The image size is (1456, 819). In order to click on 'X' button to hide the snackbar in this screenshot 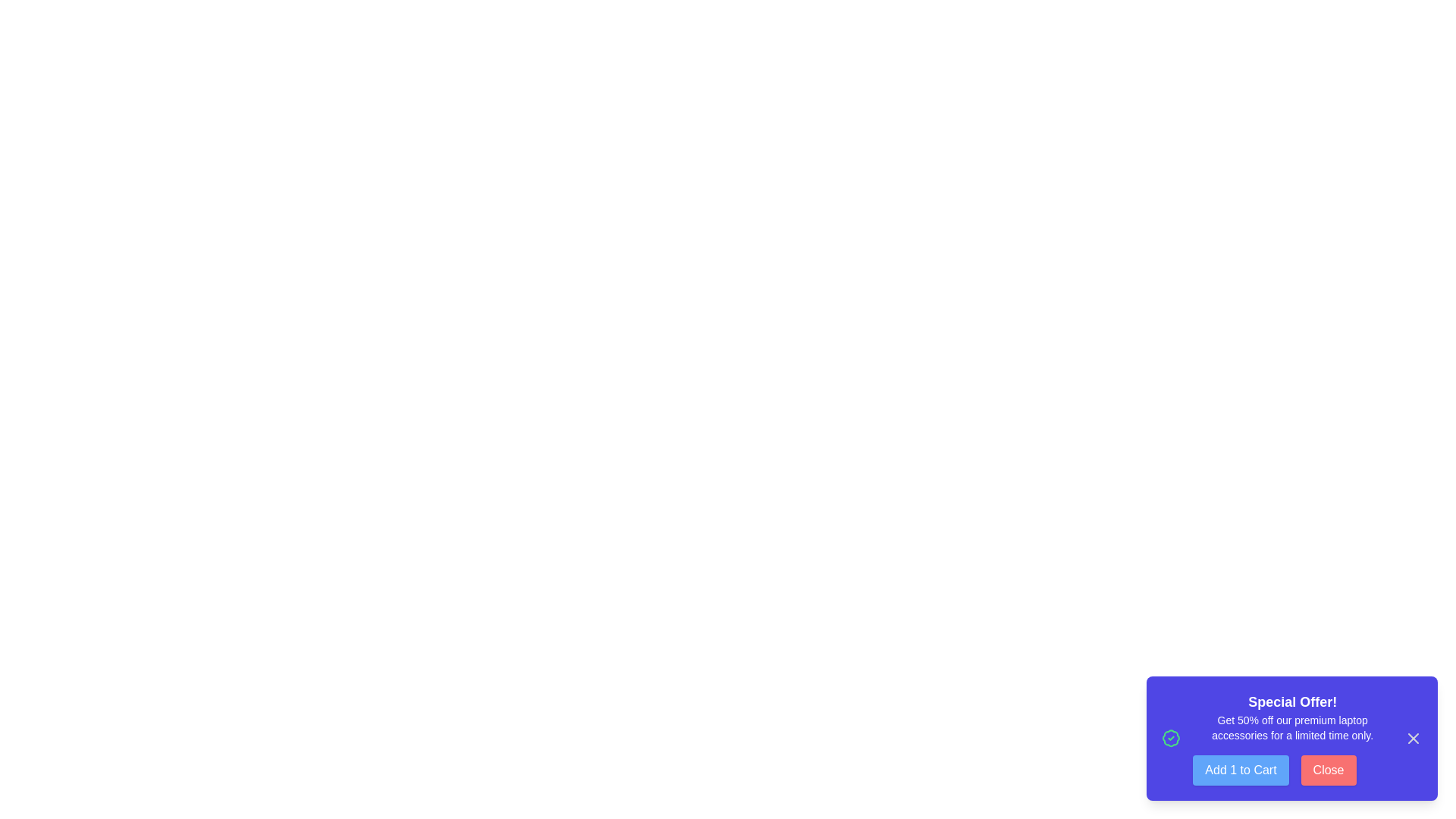, I will do `click(1412, 738)`.